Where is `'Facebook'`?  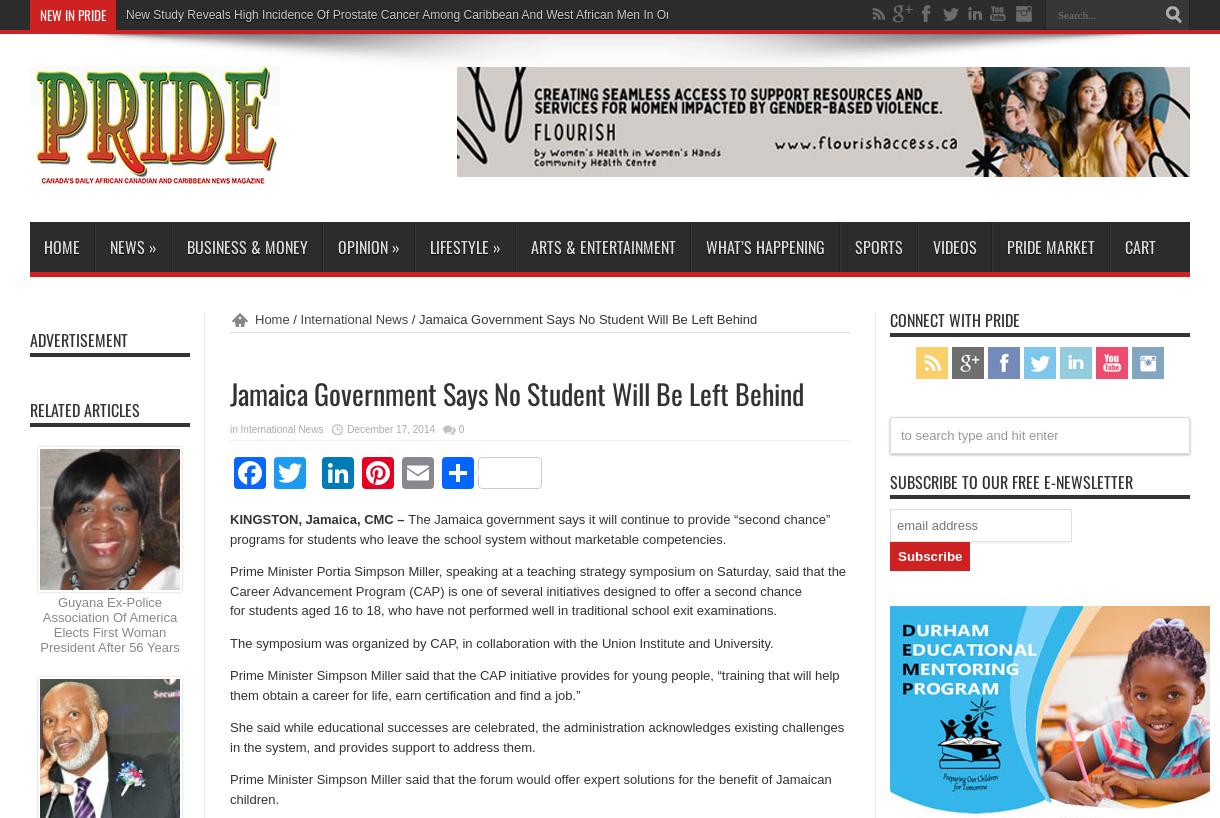 'Facebook' is located at coordinates (335, 471).